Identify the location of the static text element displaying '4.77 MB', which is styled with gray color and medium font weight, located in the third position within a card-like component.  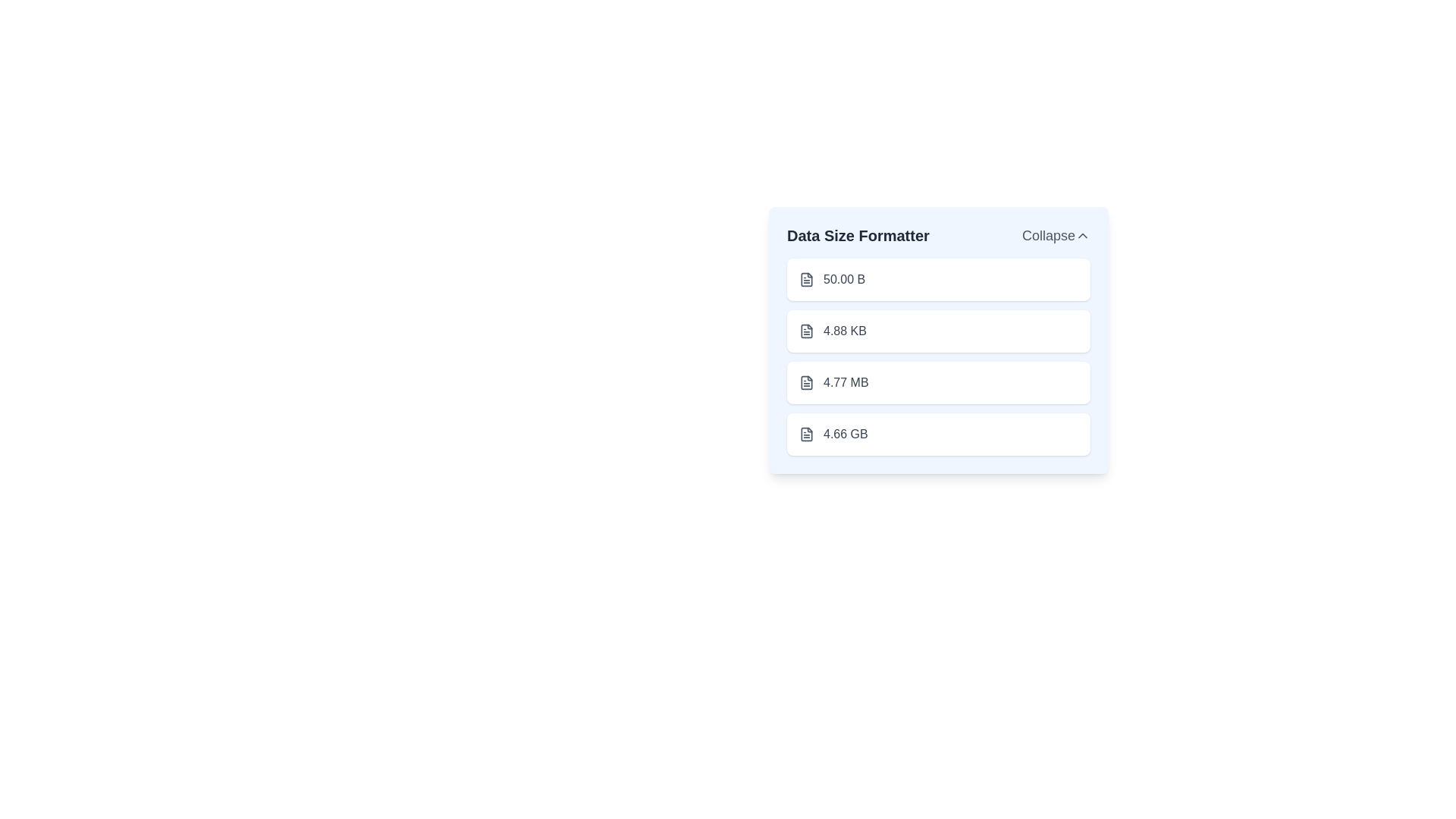
(845, 382).